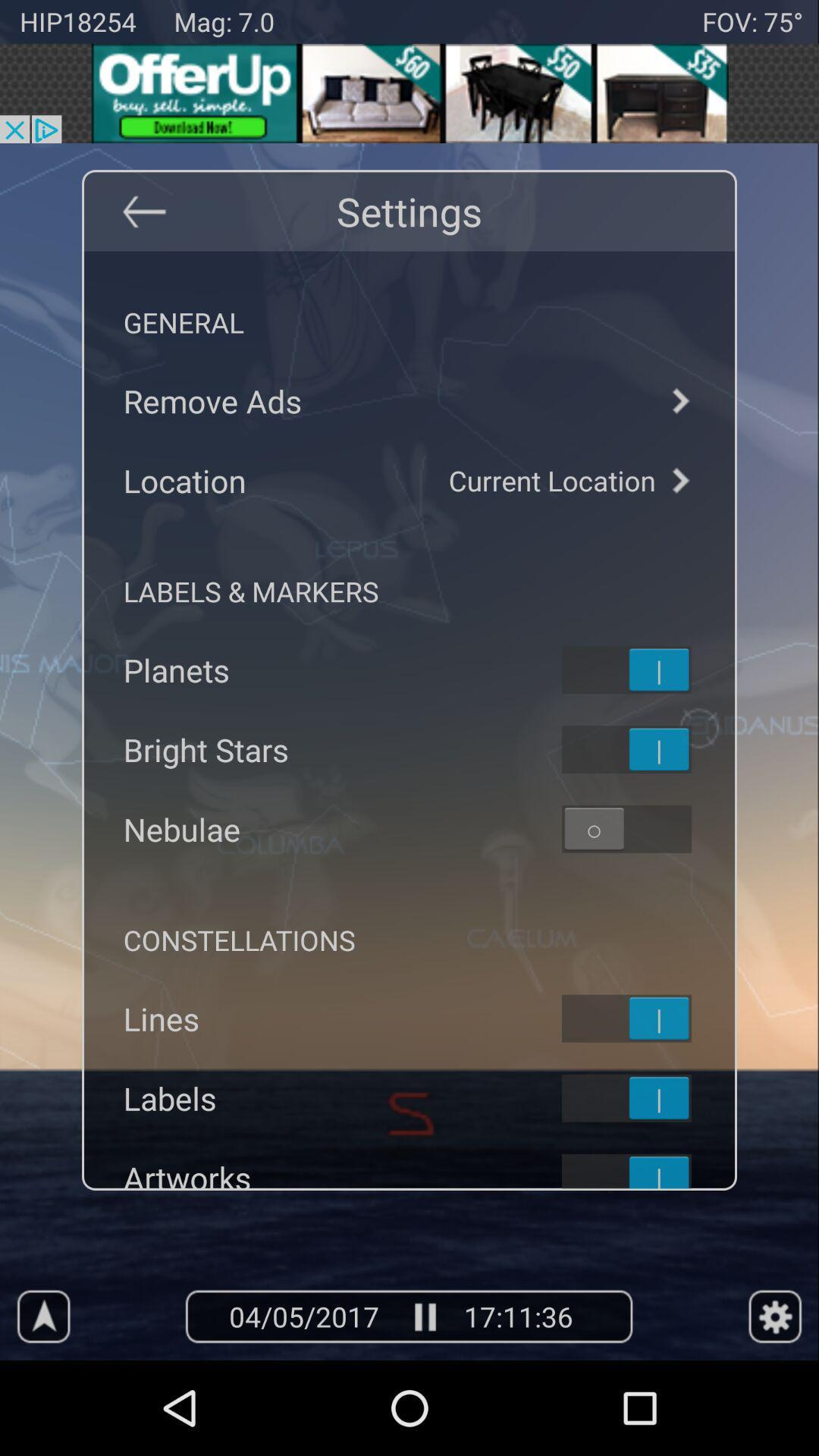  What do you see at coordinates (646, 1098) in the screenshot?
I see `on-off` at bounding box center [646, 1098].